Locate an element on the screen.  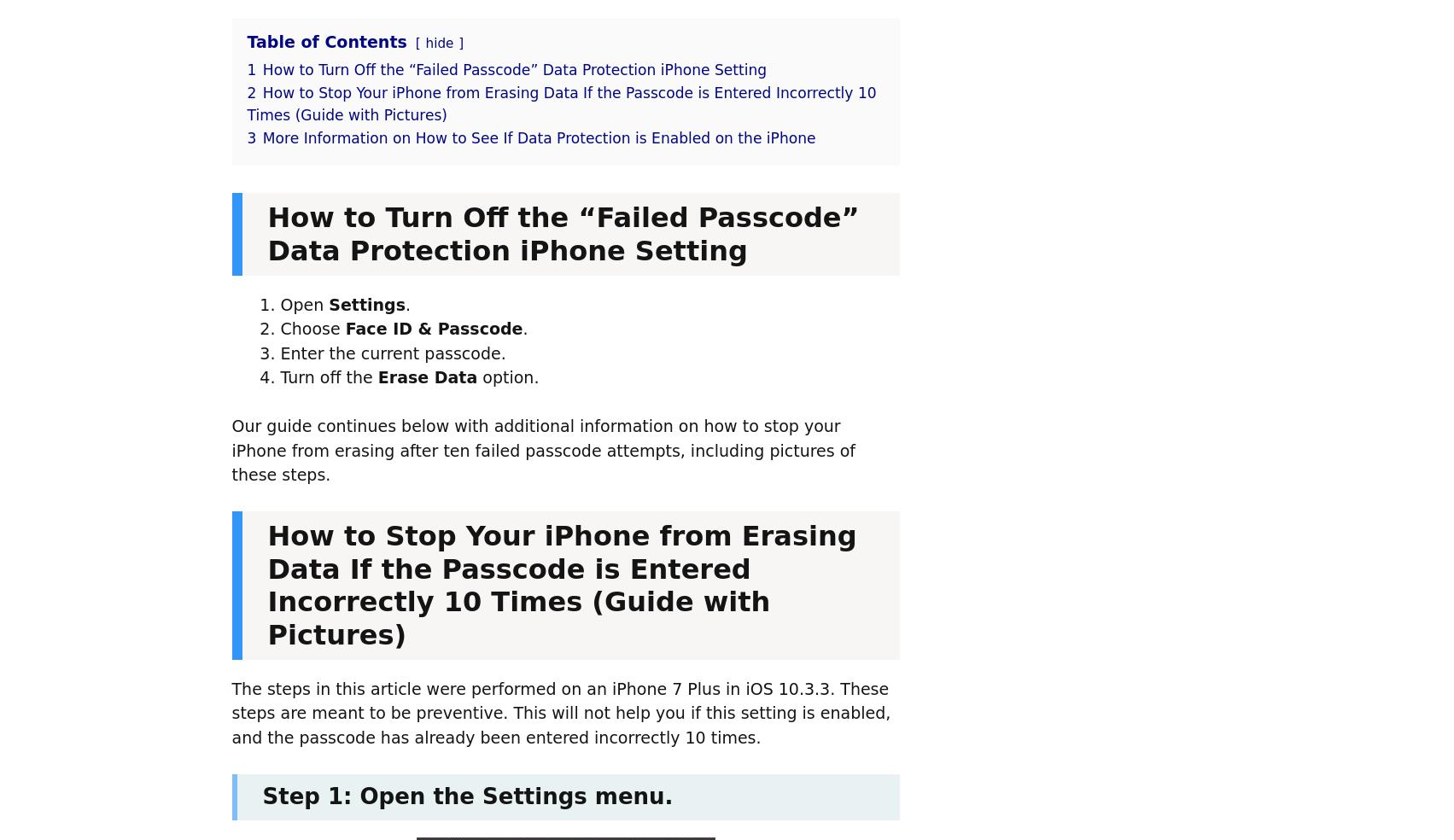
'Our guide continues below with additional information on how to stop your iPhone from erasing after ten failed passcode attempts, including pictures of these steps.' is located at coordinates (542, 449).